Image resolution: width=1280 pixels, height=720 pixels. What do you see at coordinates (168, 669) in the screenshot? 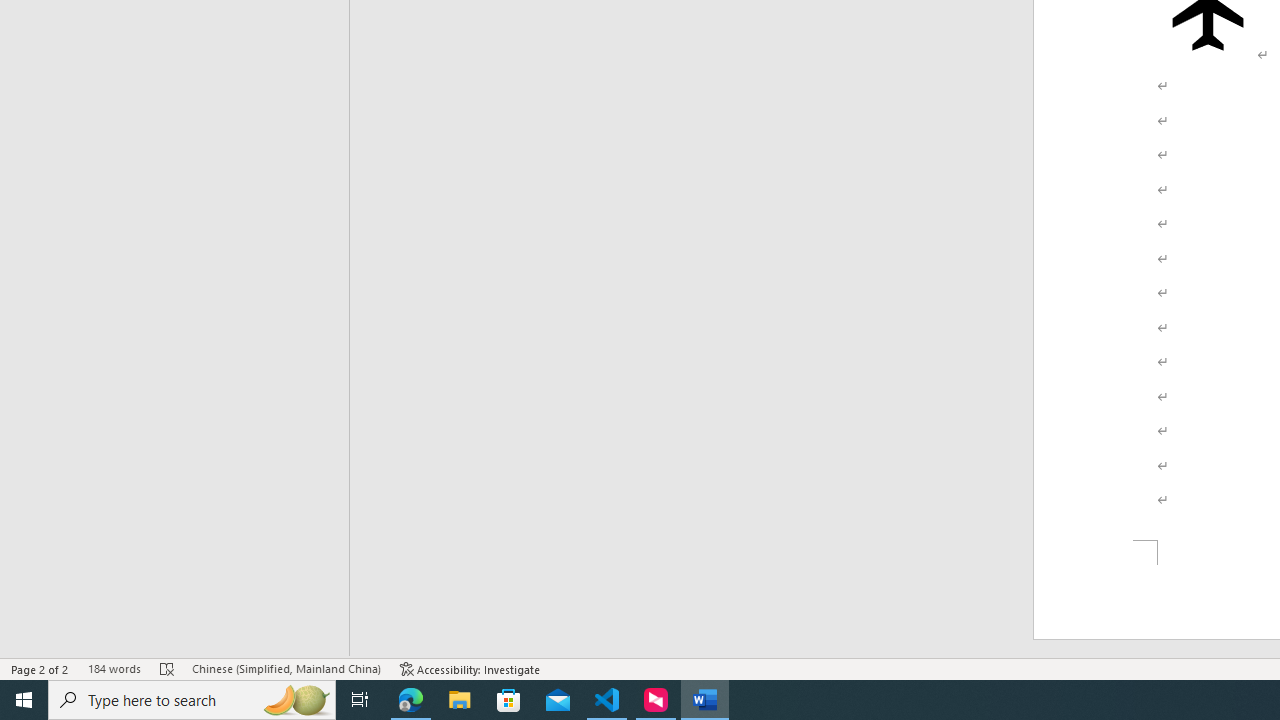
I see `'Spelling and Grammar Check Errors'` at bounding box center [168, 669].